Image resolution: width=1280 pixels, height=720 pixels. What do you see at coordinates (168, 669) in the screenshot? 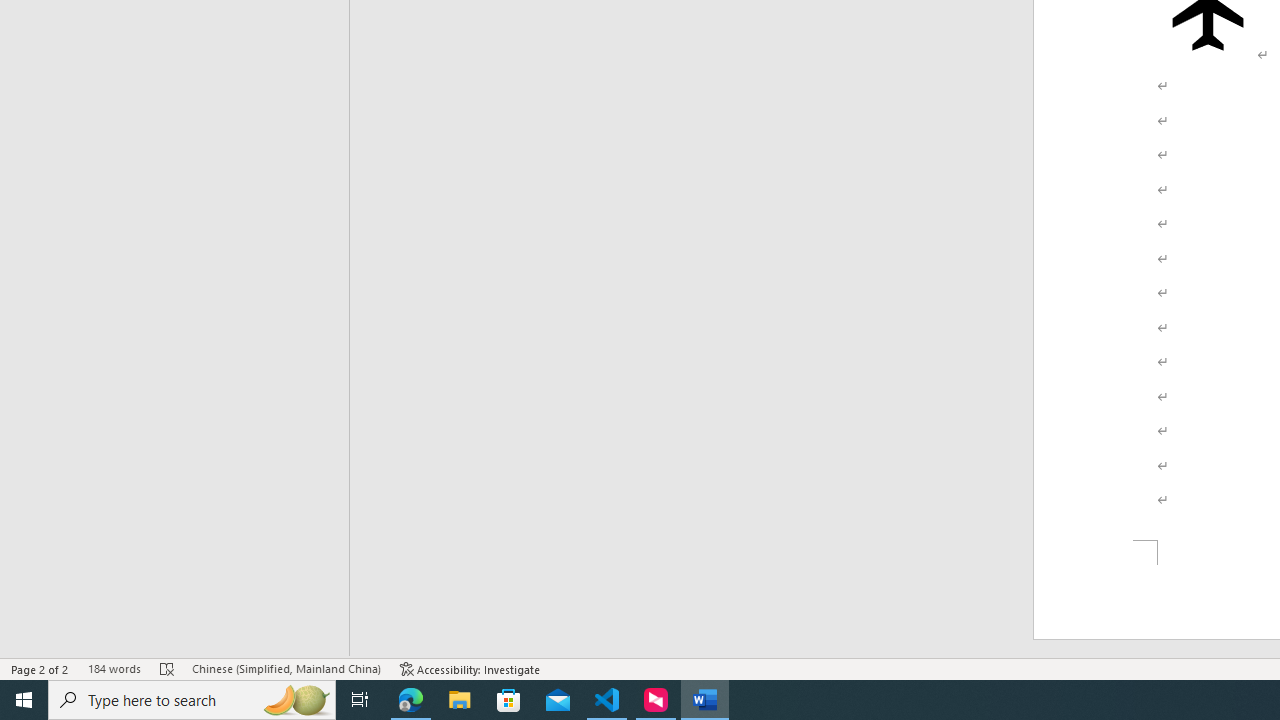
I see `'Spelling and Grammar Check Errors'` at bounding box center [168, 669].